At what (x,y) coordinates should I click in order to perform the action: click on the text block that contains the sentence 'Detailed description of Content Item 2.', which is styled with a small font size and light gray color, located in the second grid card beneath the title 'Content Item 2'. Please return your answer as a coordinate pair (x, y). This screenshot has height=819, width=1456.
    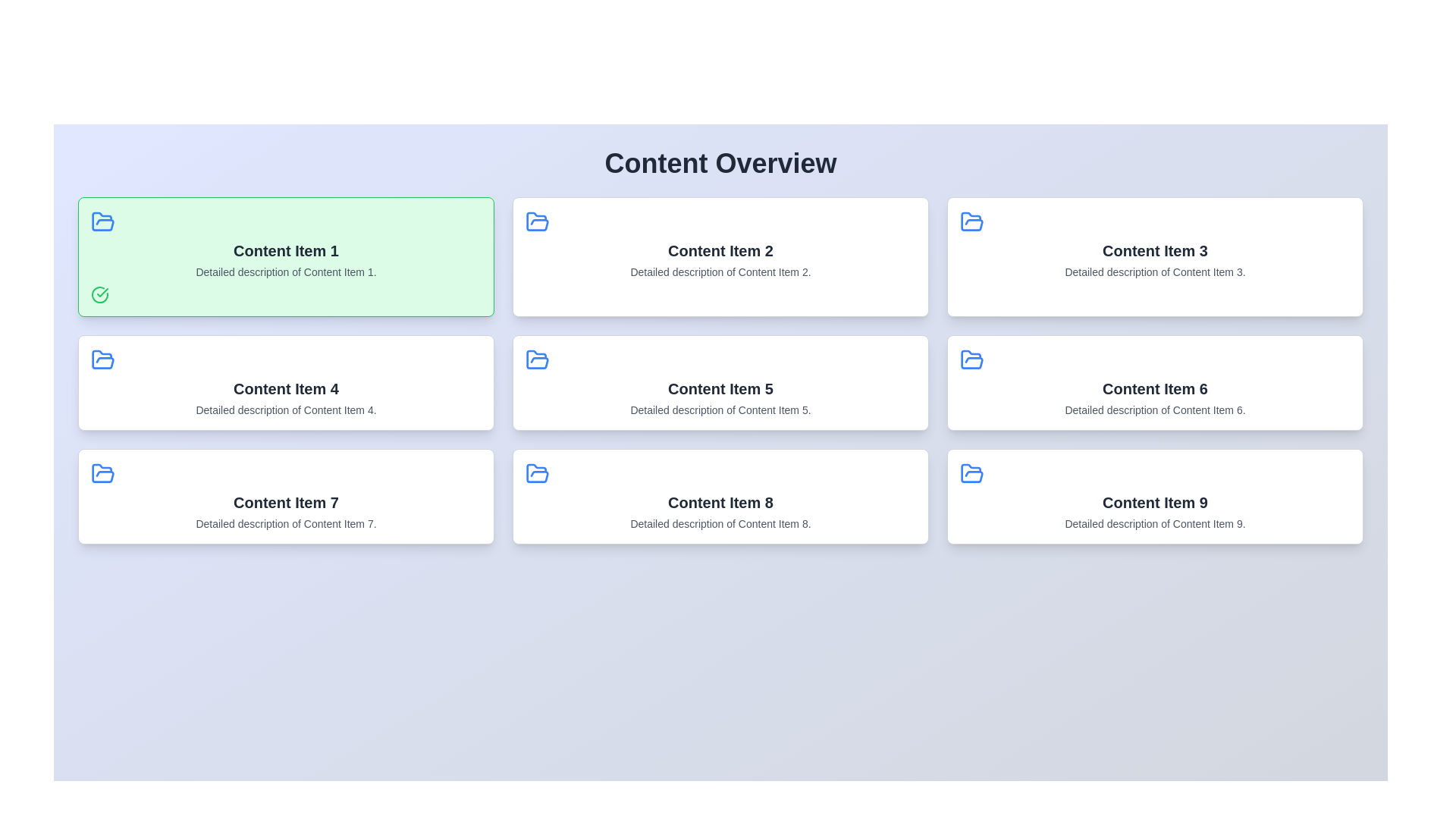
    Looking at the image, I should click on (720, 271).